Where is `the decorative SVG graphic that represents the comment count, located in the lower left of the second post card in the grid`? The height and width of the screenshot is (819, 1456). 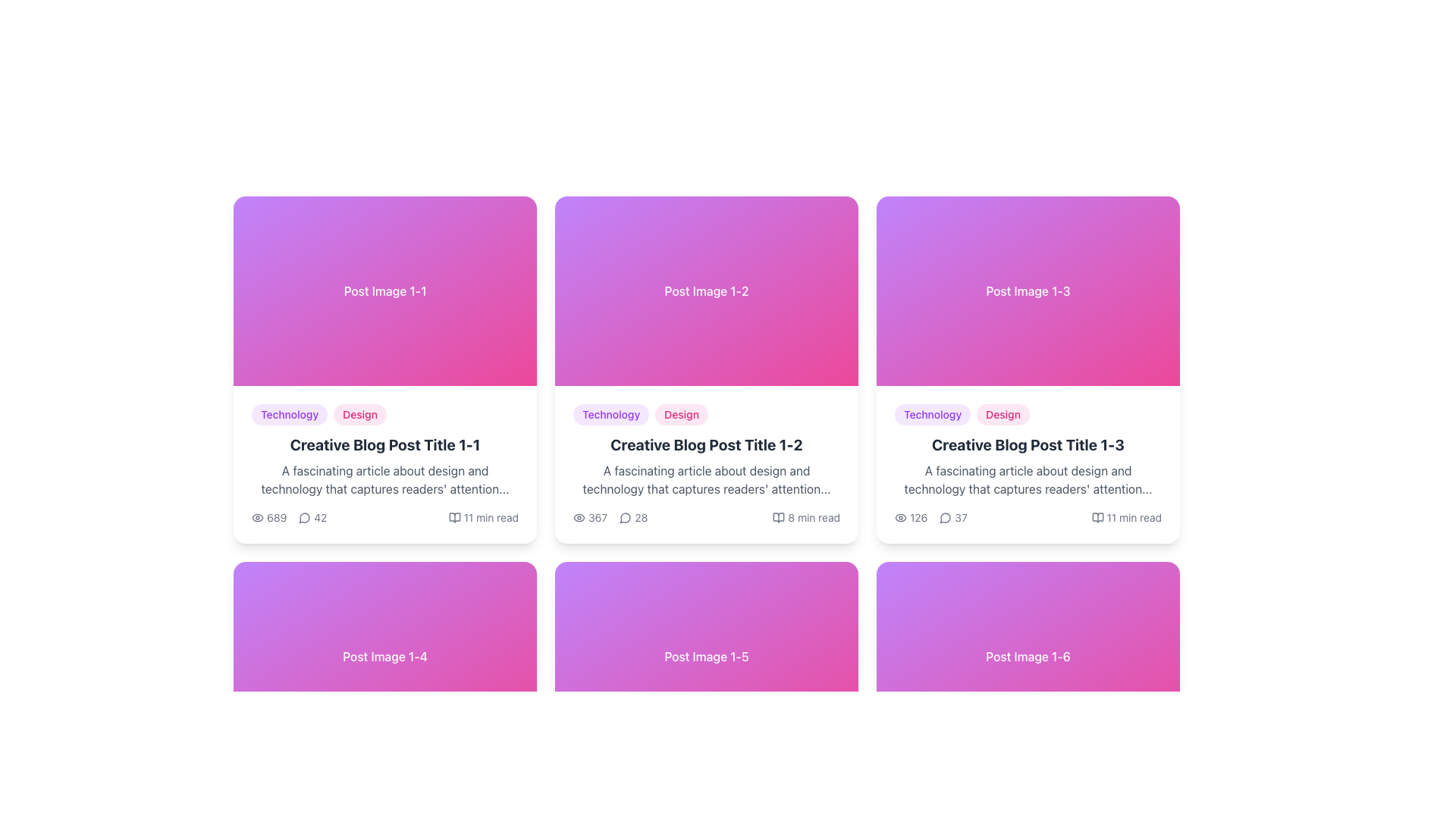
the decorative SVG graphic that represents the comment count, located in the lower left of the second post card in the grid is located at coordinates (625, 517).